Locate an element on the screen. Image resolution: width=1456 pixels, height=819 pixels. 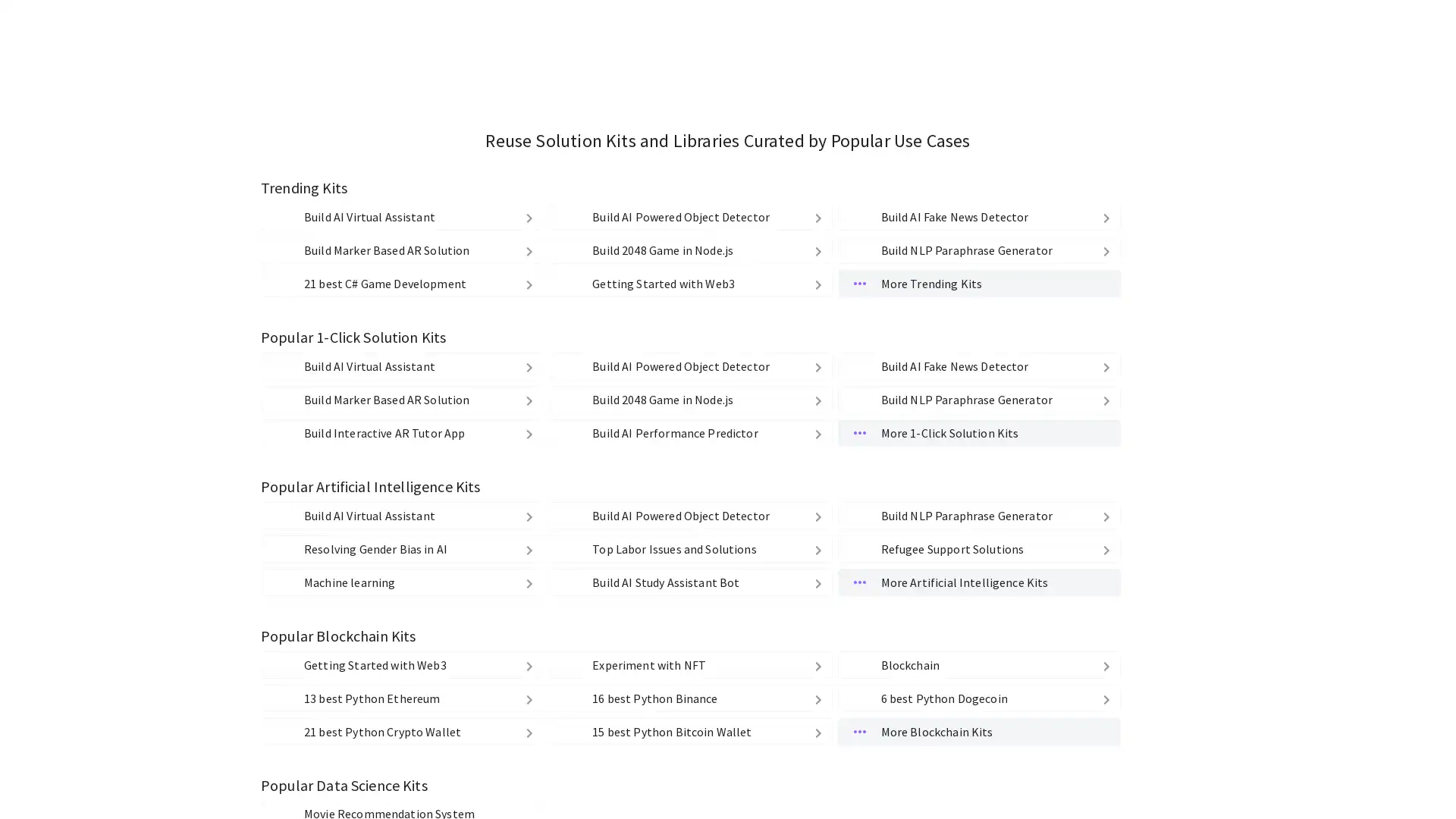
virtual-agent-example-kit Build AI Virtual Assistant is located at coordinates (402, 745).